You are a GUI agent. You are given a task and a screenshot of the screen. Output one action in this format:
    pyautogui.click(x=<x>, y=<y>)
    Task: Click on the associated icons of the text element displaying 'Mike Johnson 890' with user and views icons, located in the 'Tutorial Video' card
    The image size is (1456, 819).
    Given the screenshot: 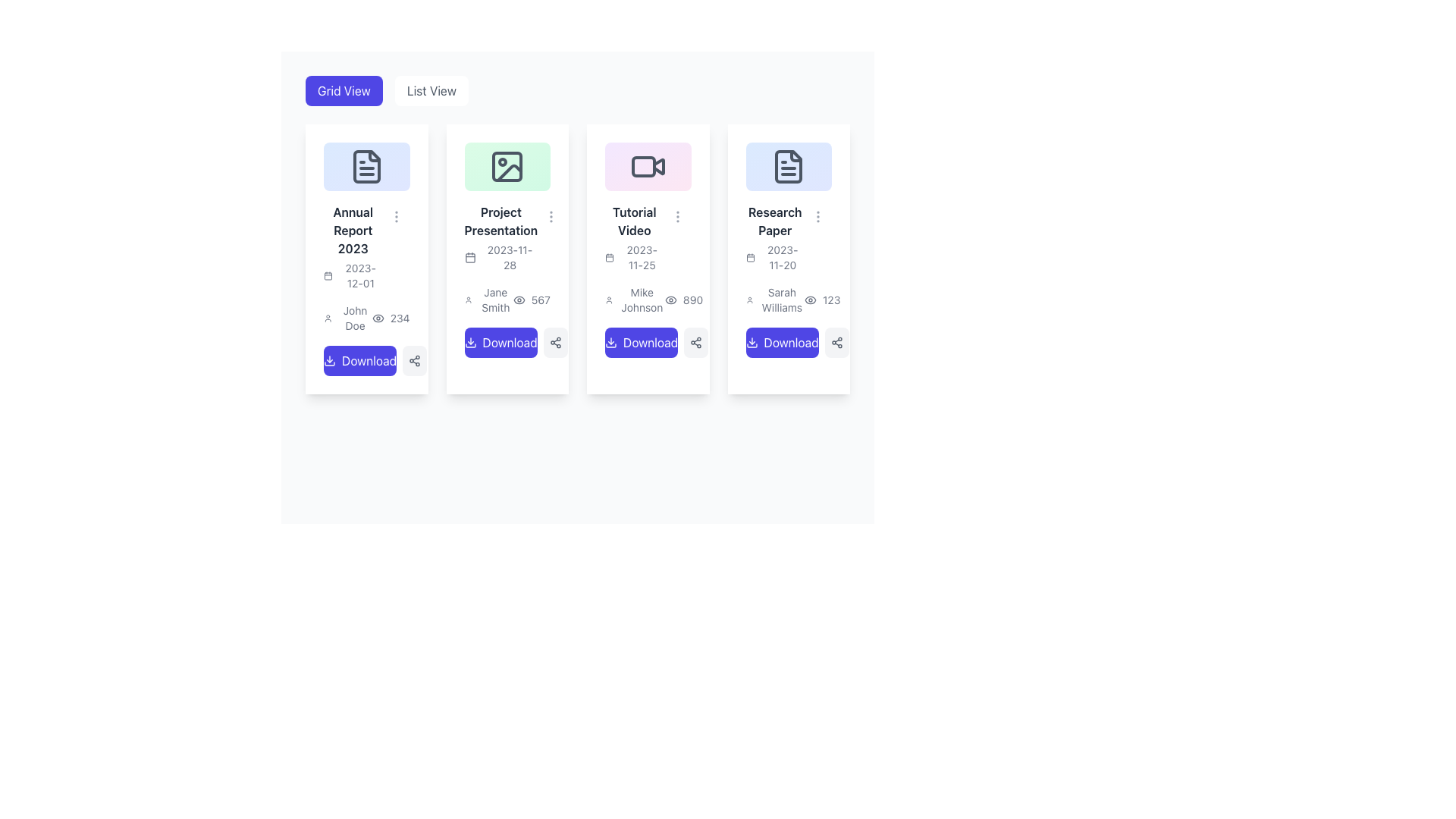 What is the action you would take?
    pyautogui.click(x=648, y=300)
    